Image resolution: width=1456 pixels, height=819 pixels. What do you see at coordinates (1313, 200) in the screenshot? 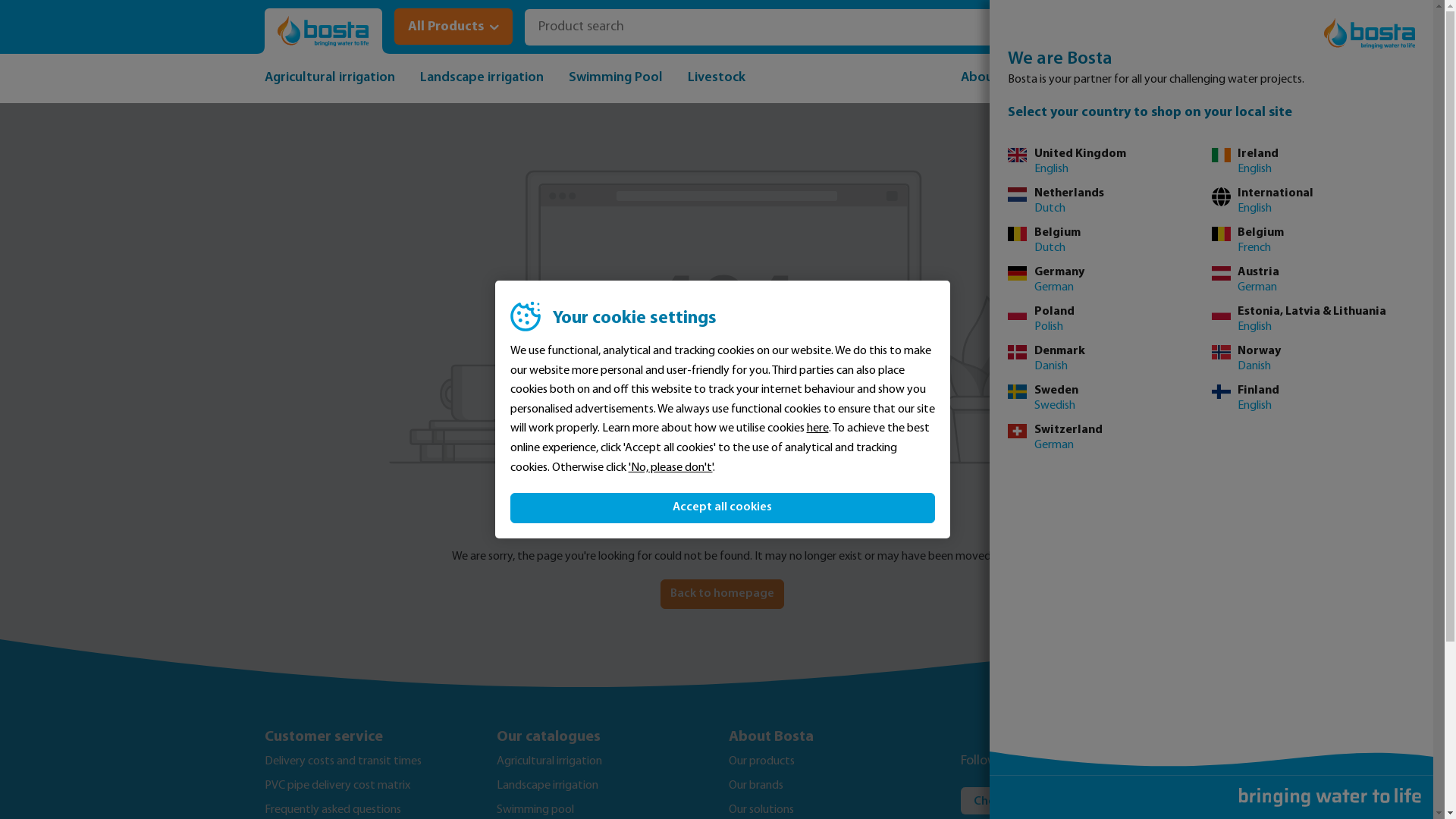
I see `'International` at bounding box center [1313, 200].